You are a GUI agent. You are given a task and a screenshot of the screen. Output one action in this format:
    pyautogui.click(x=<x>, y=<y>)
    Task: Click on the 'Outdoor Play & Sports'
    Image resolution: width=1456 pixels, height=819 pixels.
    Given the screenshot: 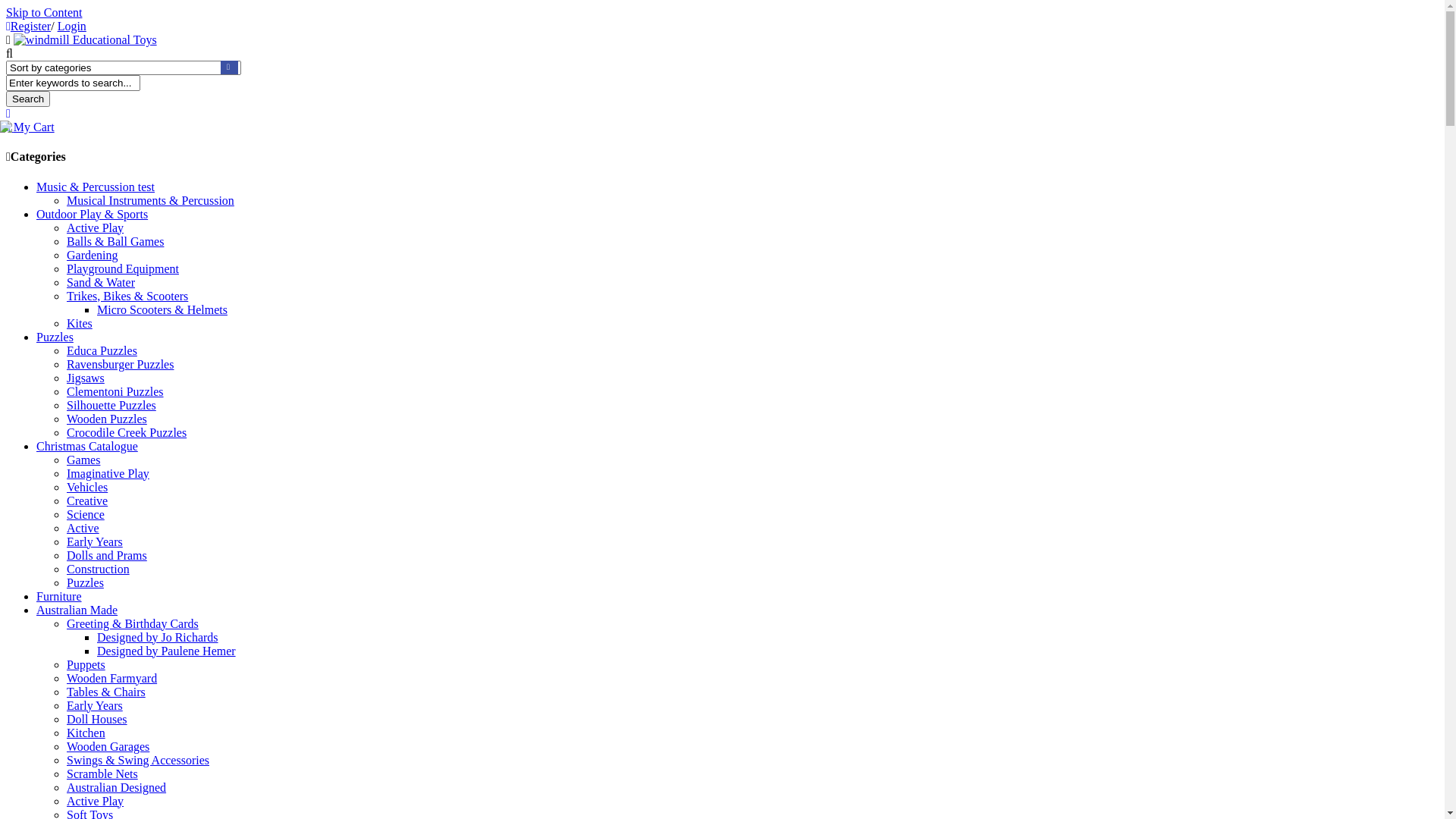 What is the action you would take?
    pyautogui.click(x=91, y=214)
    